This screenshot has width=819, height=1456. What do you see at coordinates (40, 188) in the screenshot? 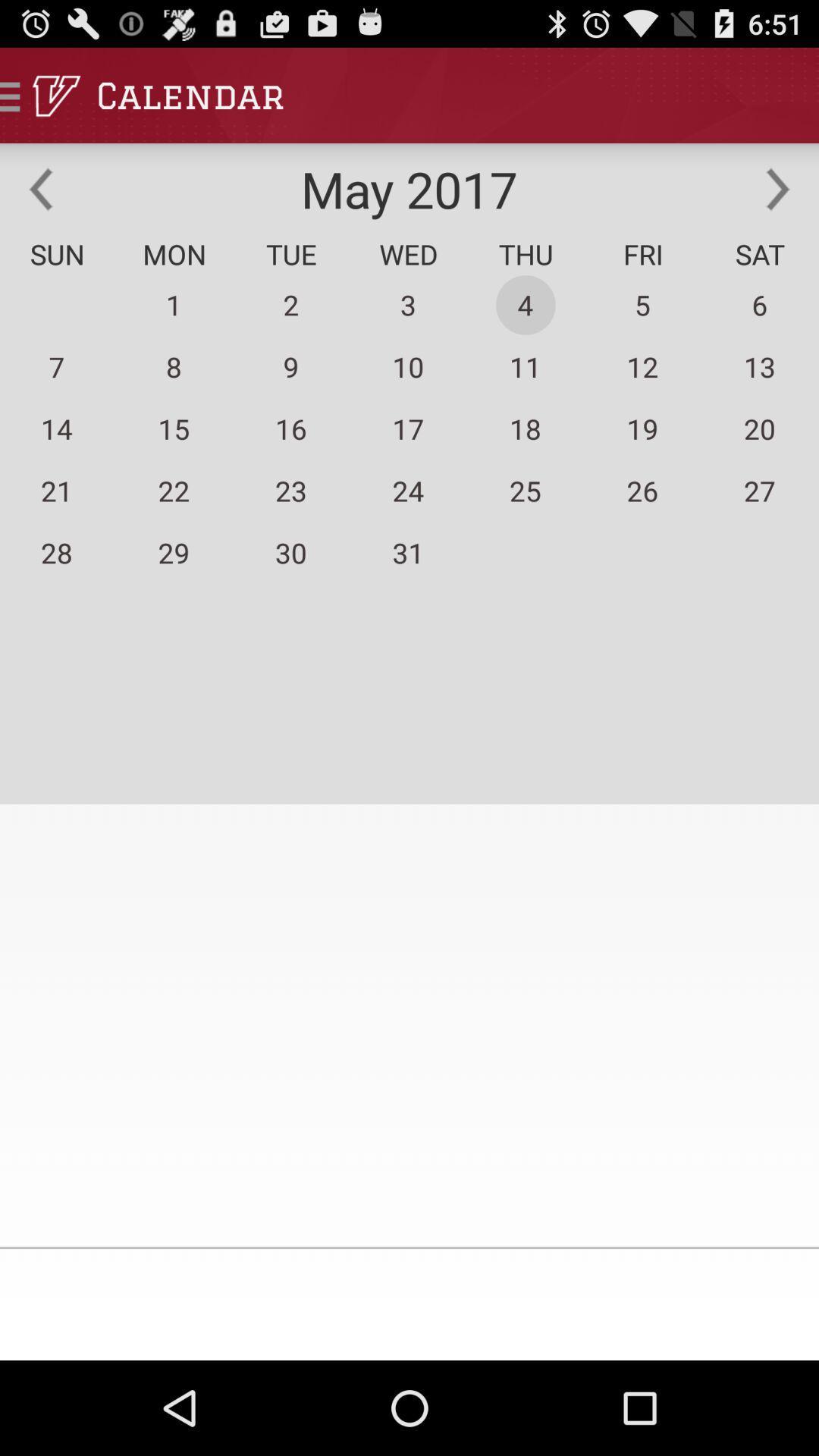
I see `previous month` at bounding box center [40, 188].